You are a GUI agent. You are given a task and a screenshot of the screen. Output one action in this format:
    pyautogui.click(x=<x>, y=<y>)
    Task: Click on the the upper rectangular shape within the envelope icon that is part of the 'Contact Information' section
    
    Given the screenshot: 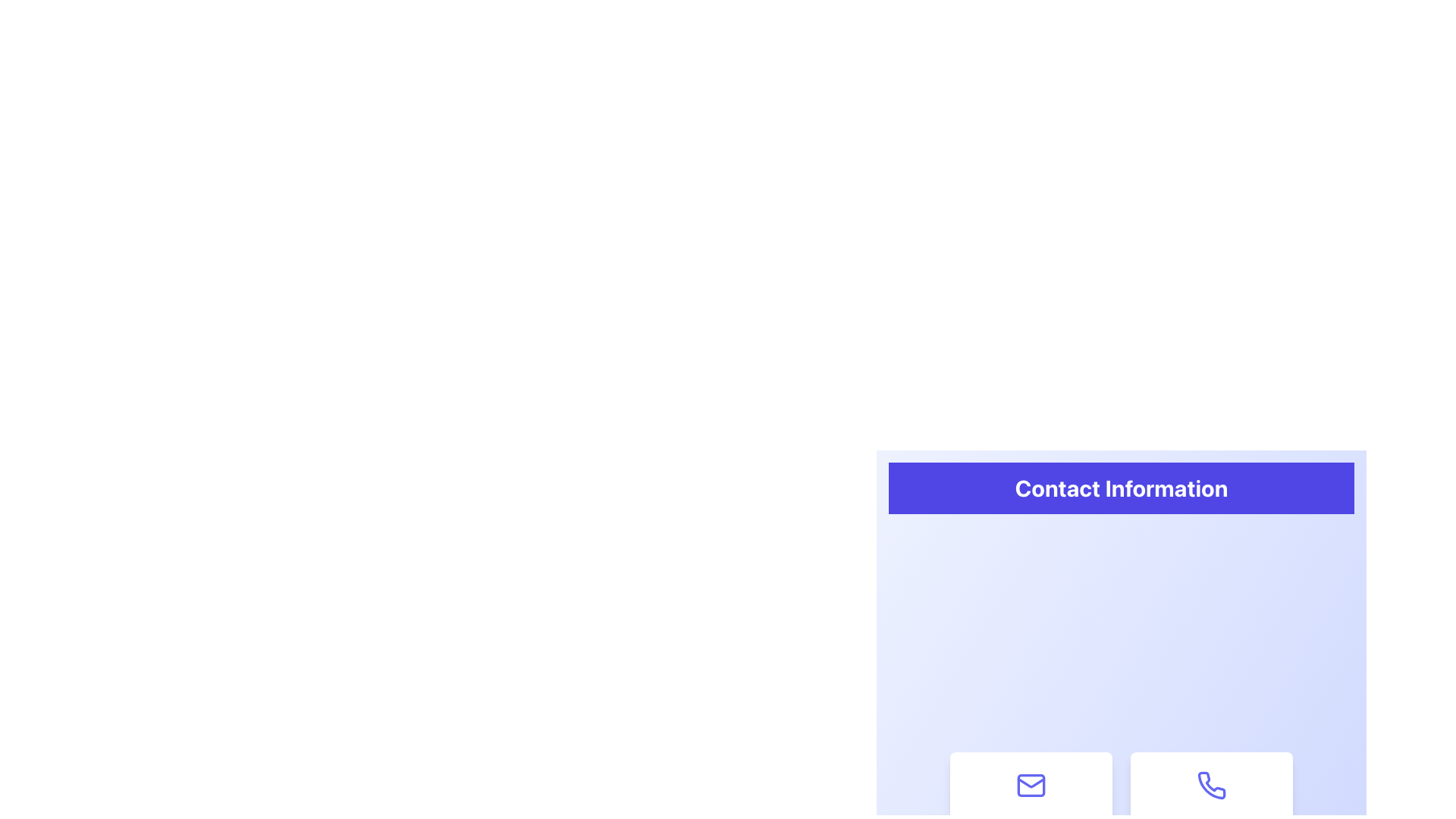 What is the action you would take?
    pyautogui.click(x=1031, y=785)
    